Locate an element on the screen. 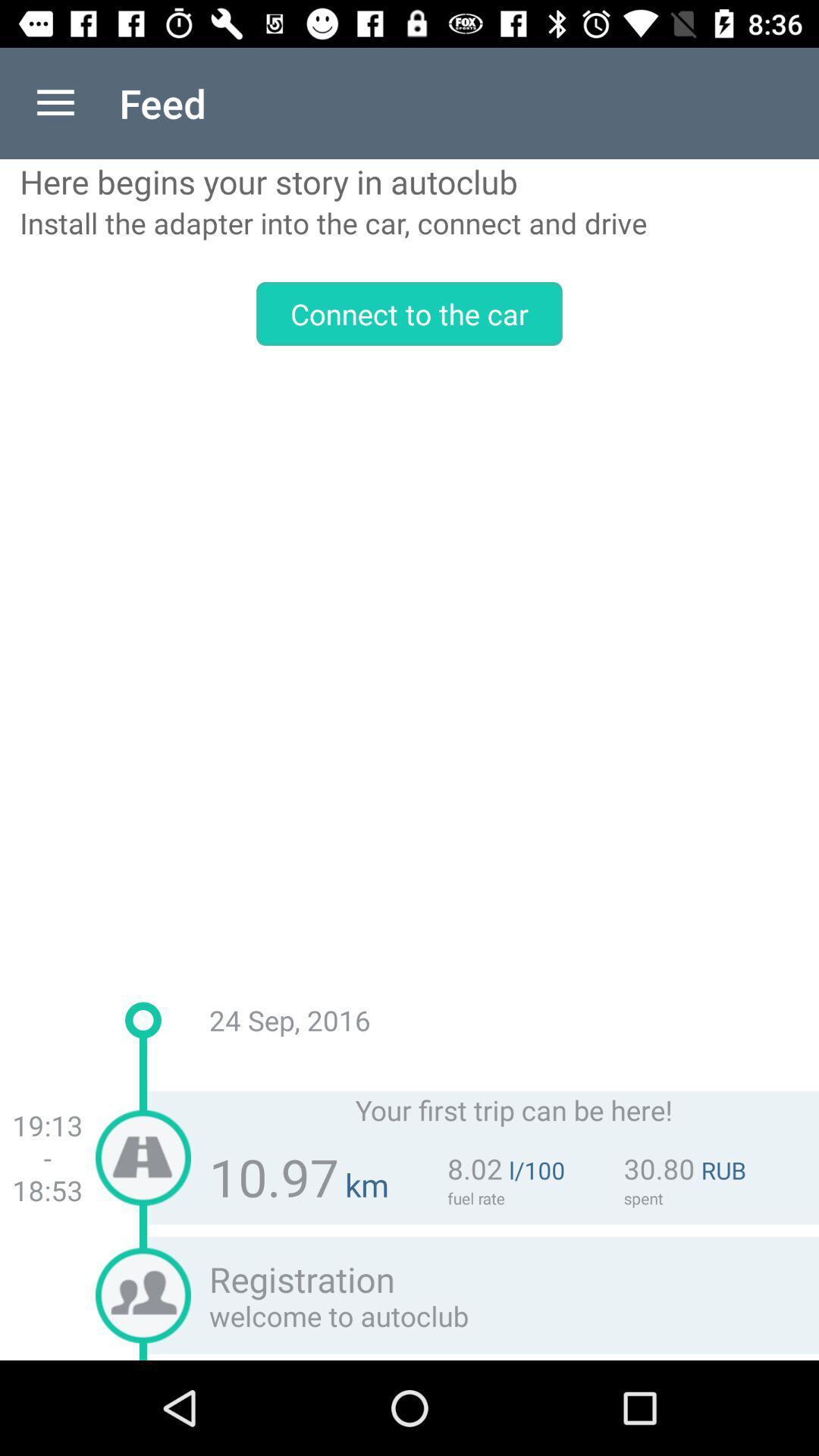 The image size is (819, 1456). app next to feed app is located at coordinates (55, 102).